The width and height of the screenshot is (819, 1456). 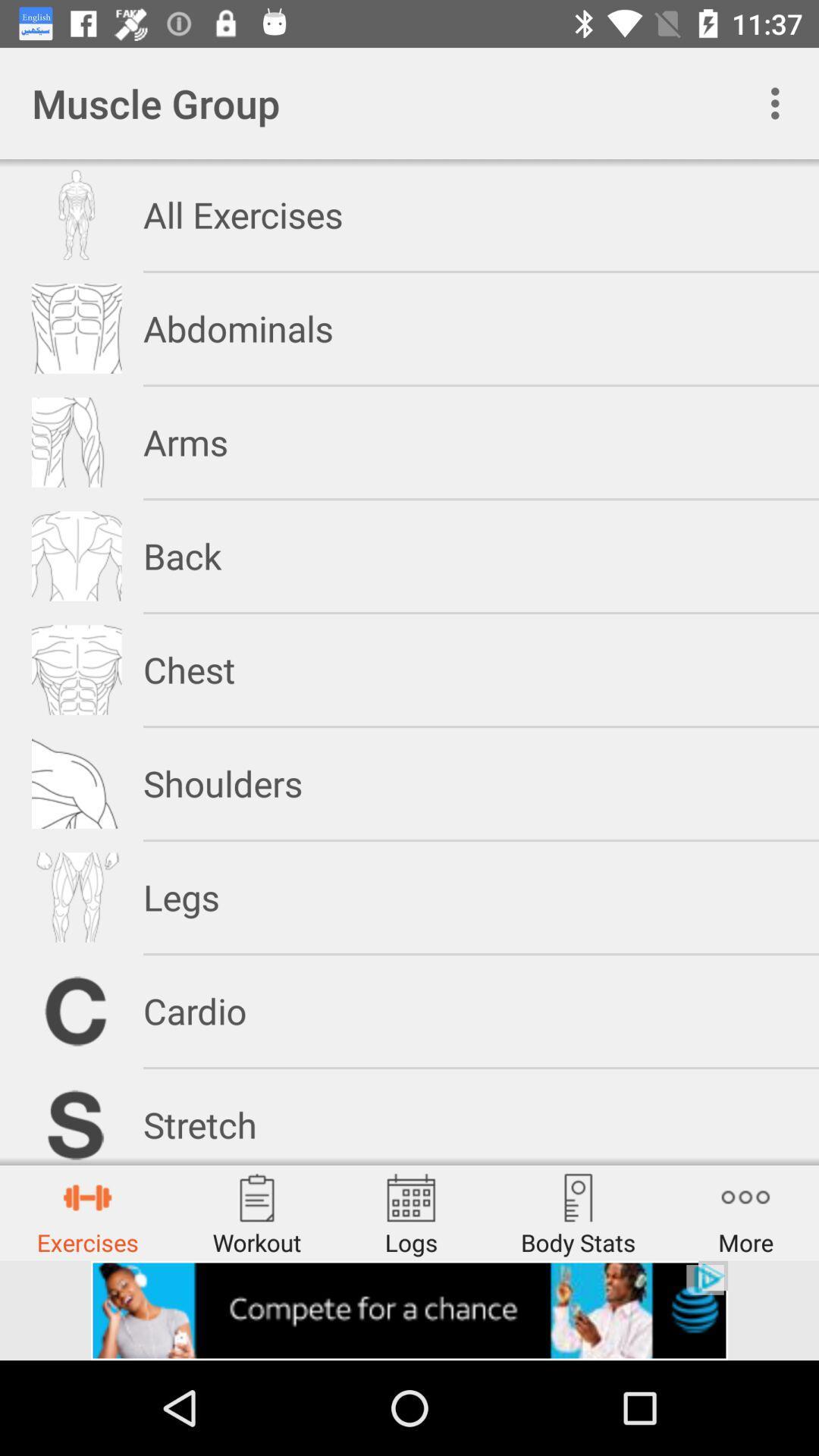 What do you see at coordinates (409, 1310) in the screenshot?
I see `advertisement` at bounding box center [409, 1310].